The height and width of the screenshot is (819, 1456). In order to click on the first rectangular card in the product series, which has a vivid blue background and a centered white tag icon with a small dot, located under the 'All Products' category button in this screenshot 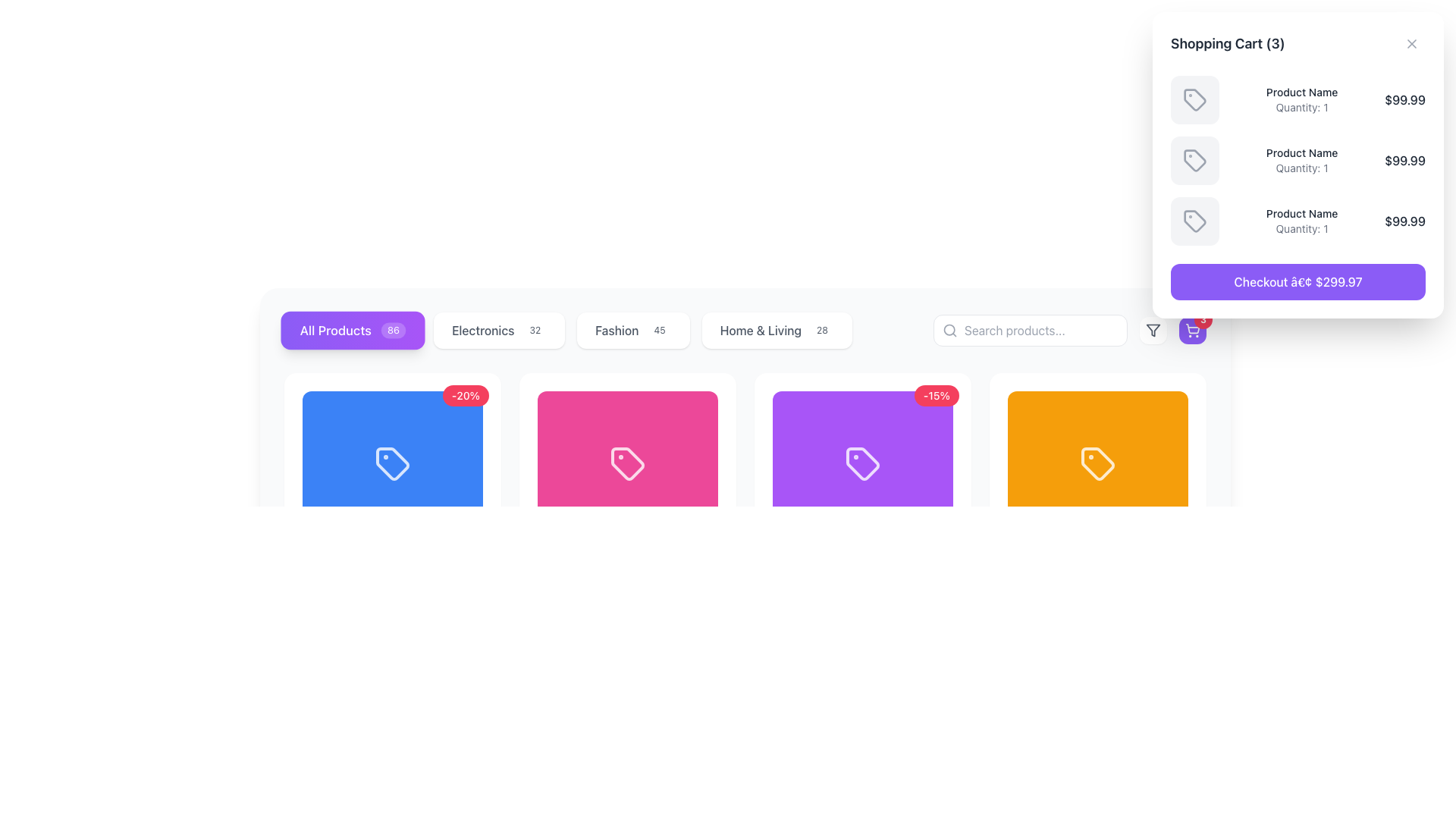, I will do `click(393, 463)`.